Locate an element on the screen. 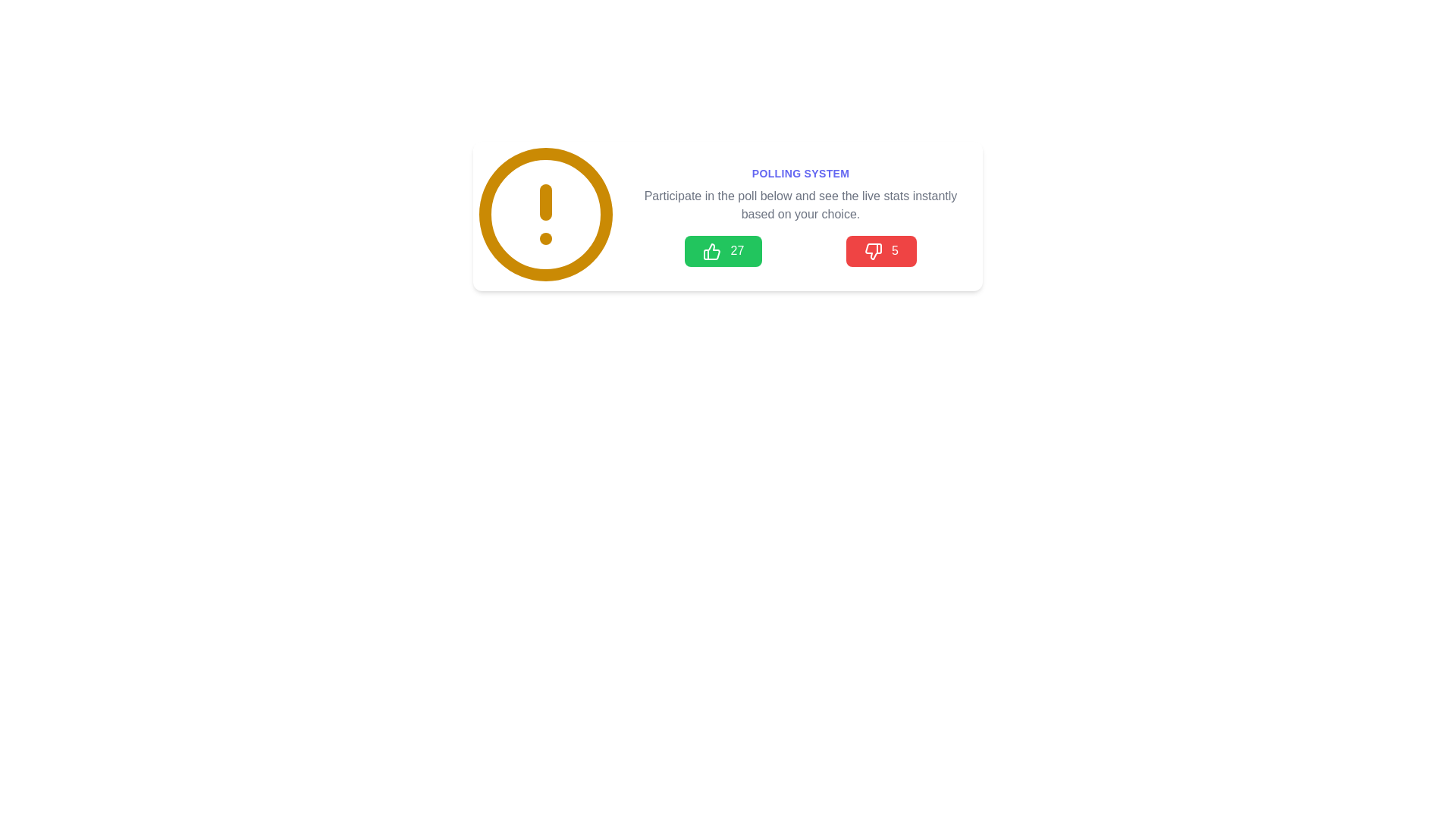  the 'dislike' or 'thumbs down' icon located is located at coordinates (873, 250).